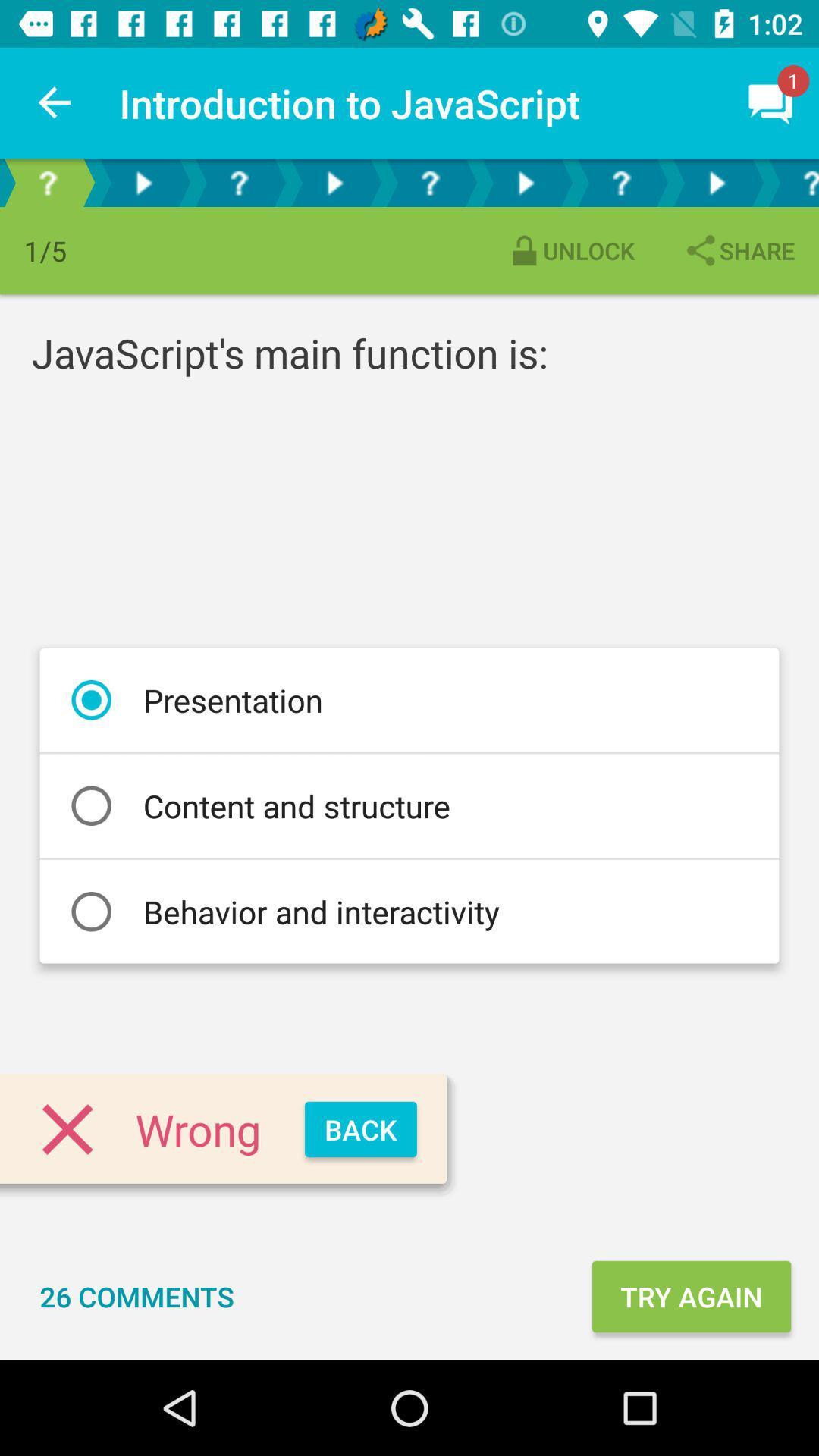  What do you see at coordinates (430, 182) in the screenshot?
I see `the help icon` at bounding box center [430, 182].